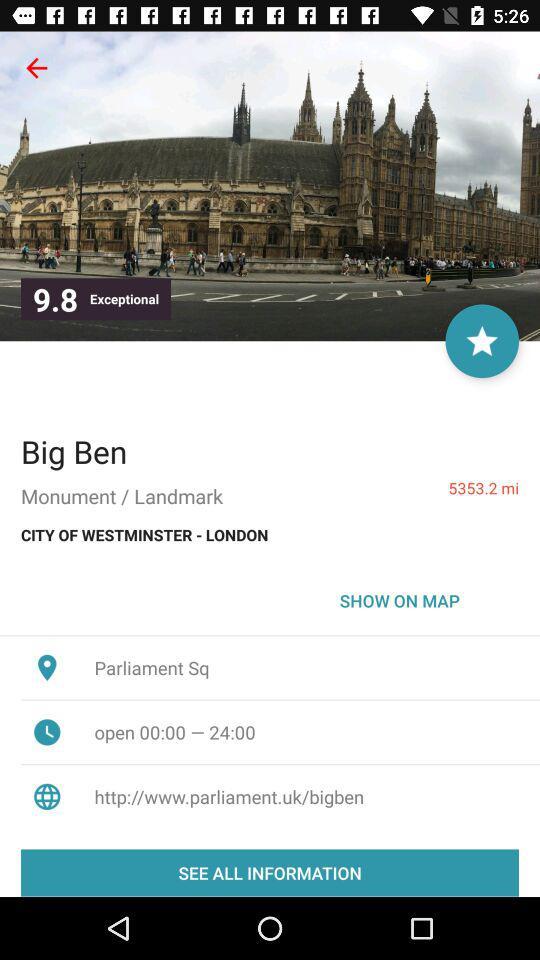 The height and width of the screenshot is (960, 540). Describe the element at coordinates (73, 451) in the screenshot. I see `big ben` at that location.